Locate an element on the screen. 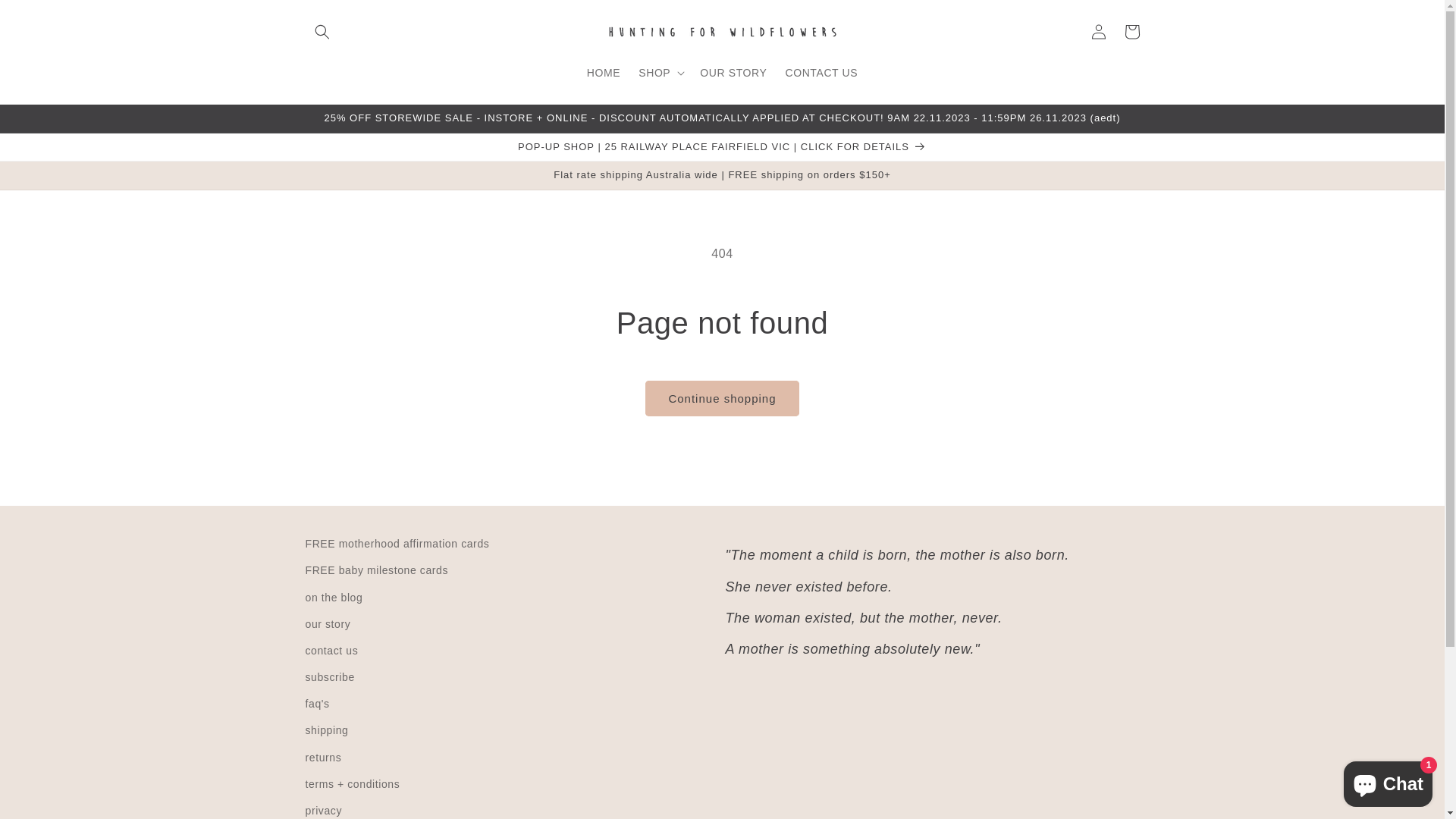 The width and height of the screenshot is (1456, 819). 'shipping' is located at coordinates (325, 730).